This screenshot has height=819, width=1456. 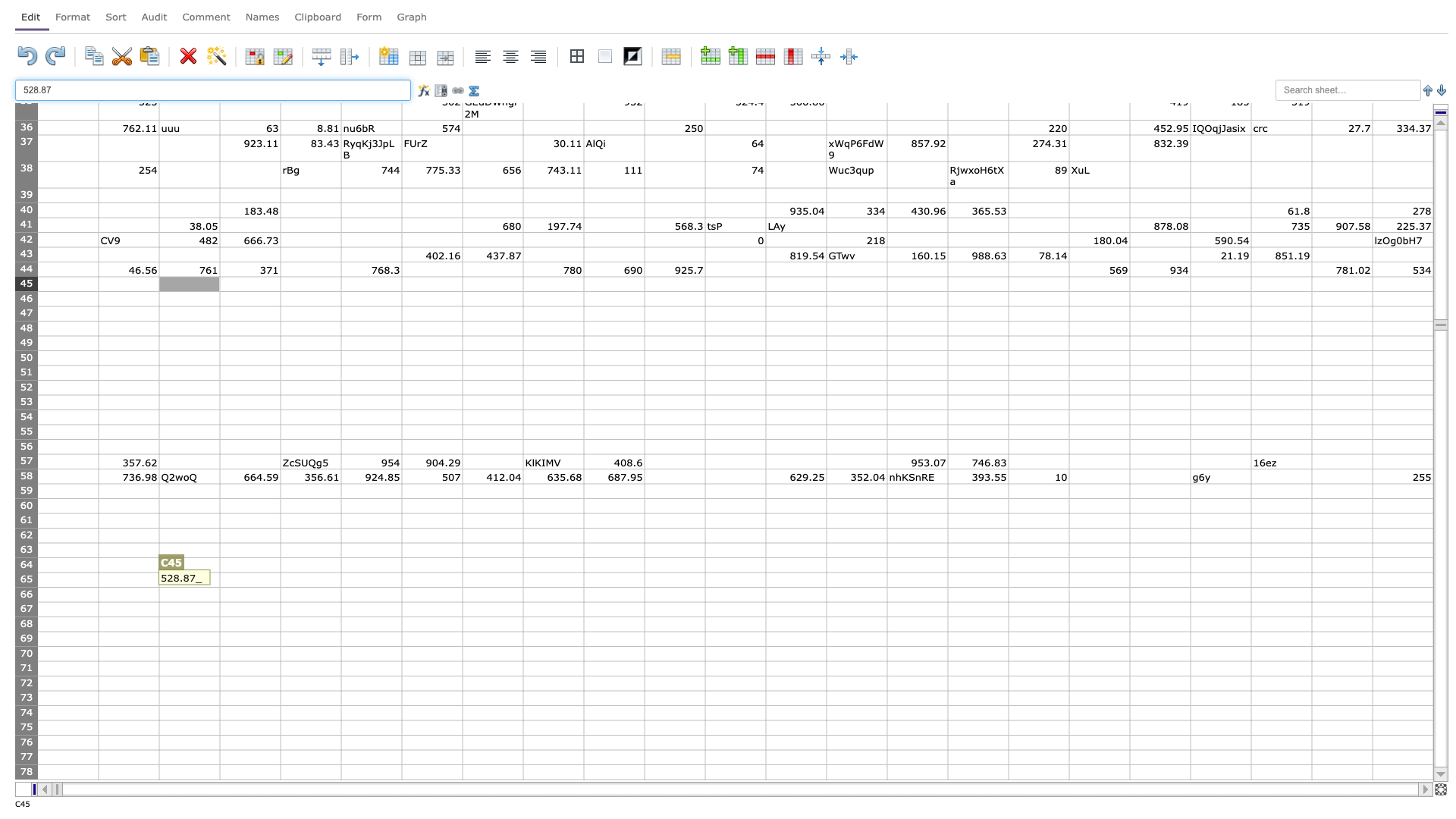 I want to click on Lower right corner of cell K65, so click(x=704, y=586).